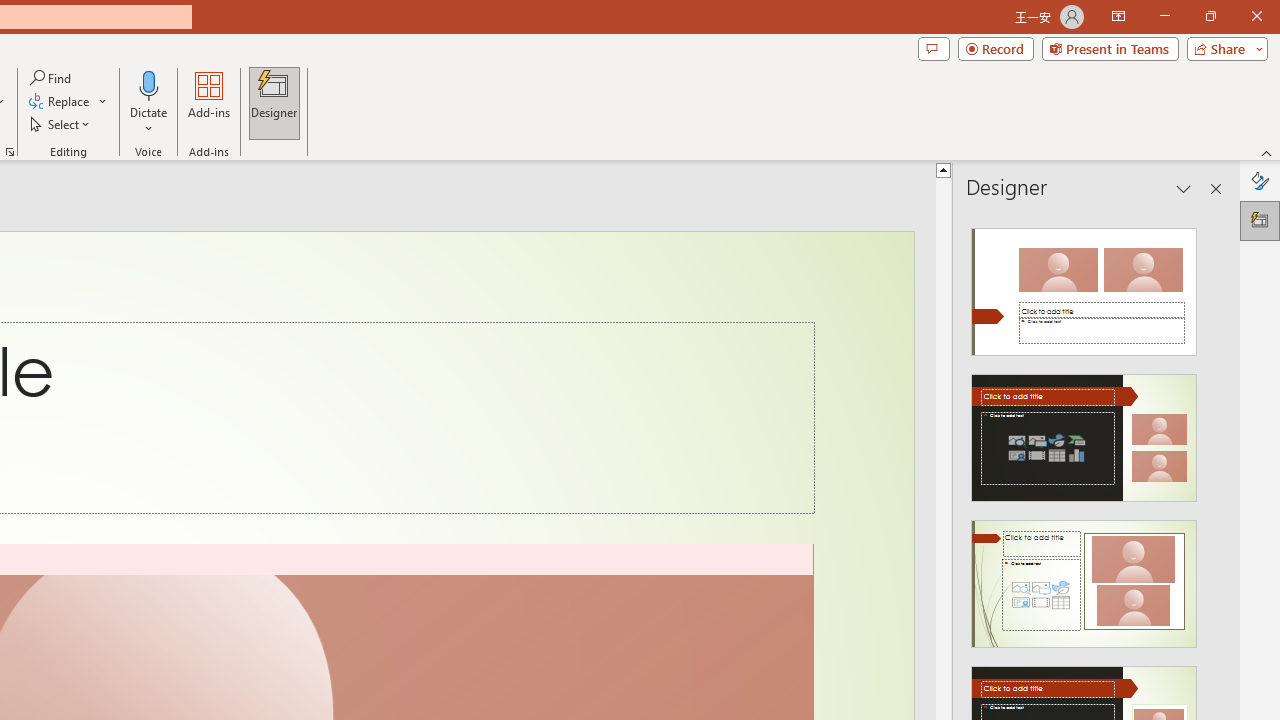 The width and height of the screenshot is (1280, 720). I want to click on 'Dictate', so click(148, 103).